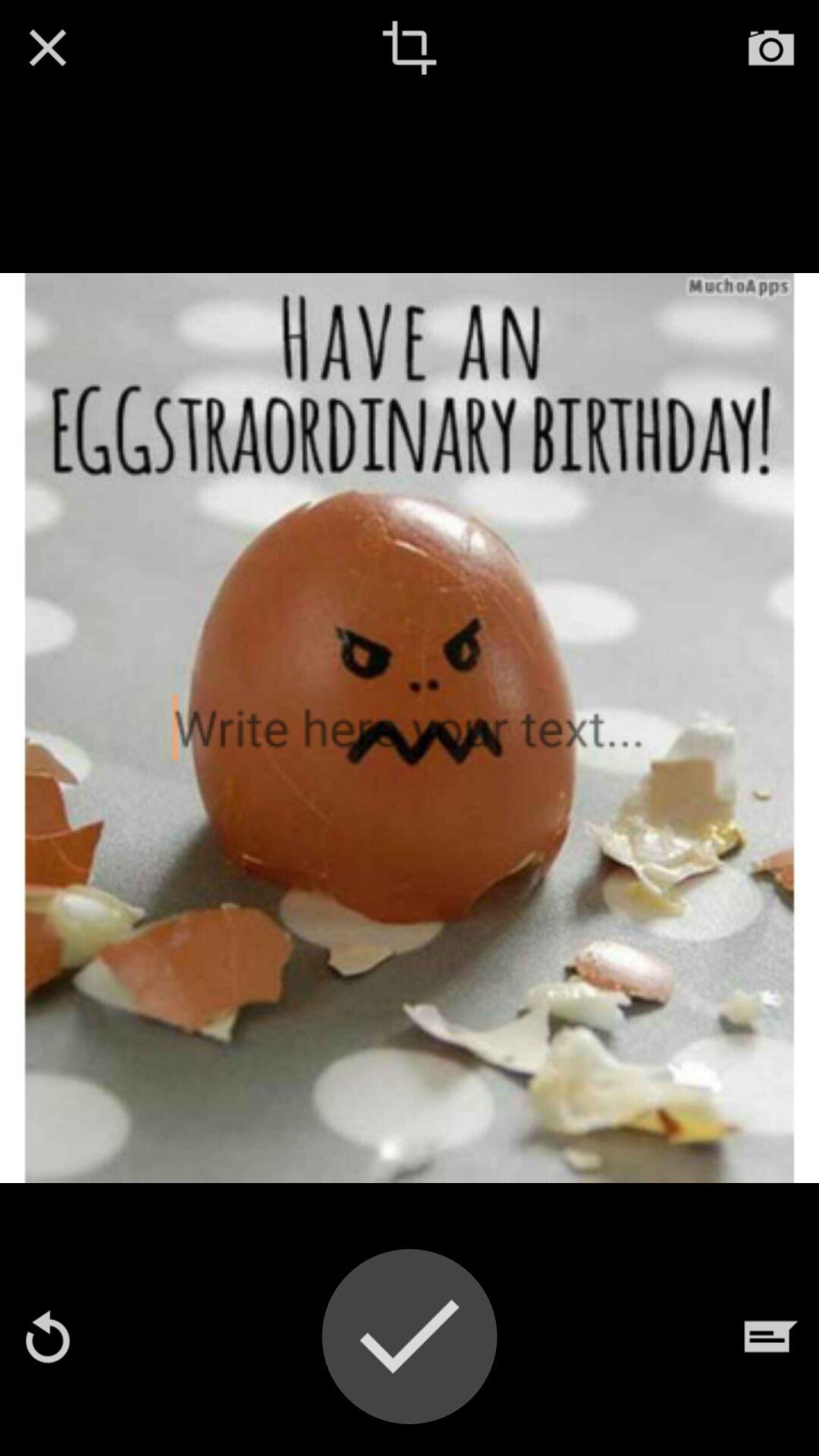  I want to click on crop photo, so click(409, 47).